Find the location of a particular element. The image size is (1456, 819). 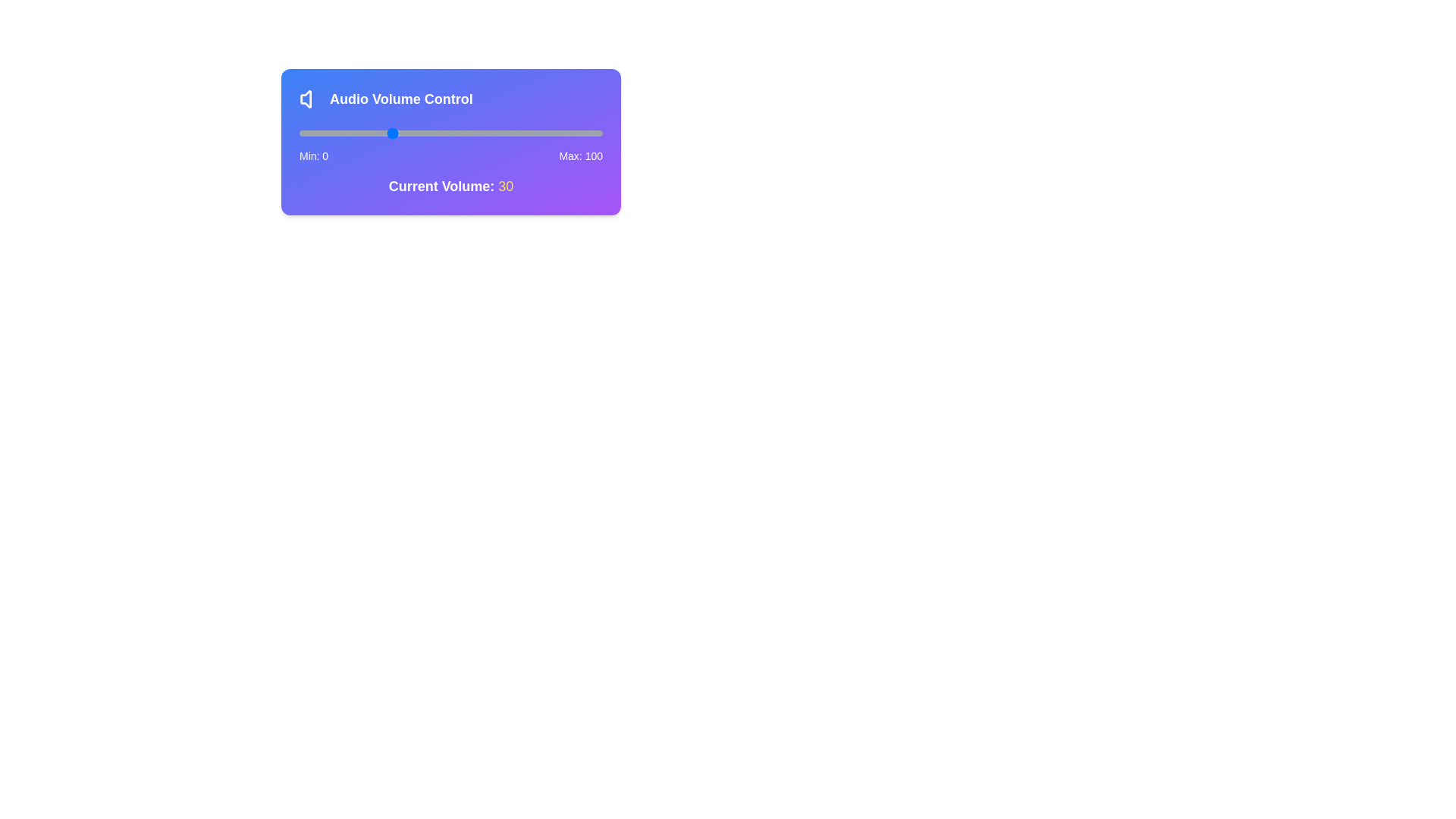

the slider to set the volume to 10 is located at coordinates (329, 133).